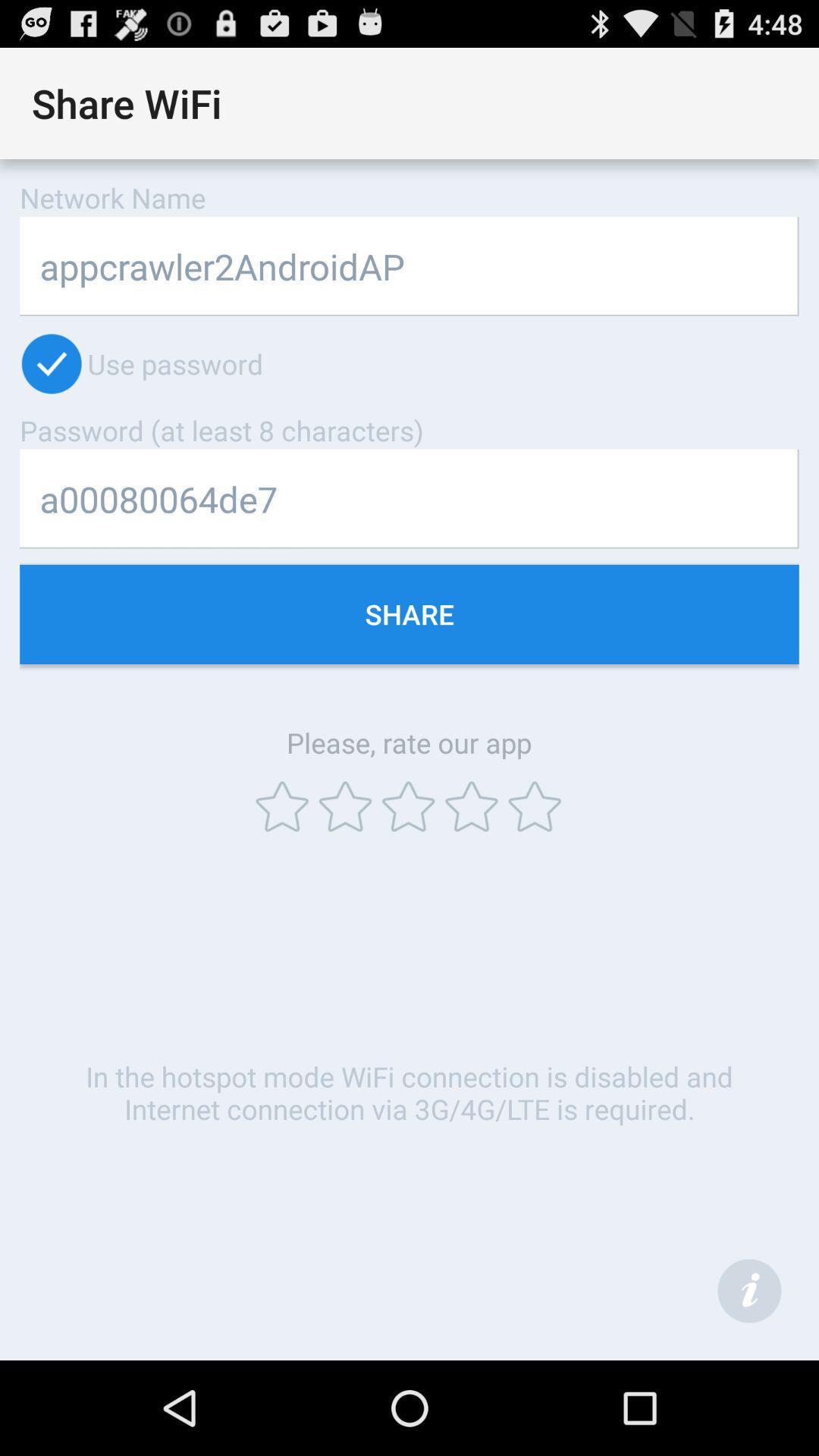 This screenshot has height=1456, width=819. What do you see at coordinates (409, 266) in the screenshot?
I see `the appcrawler2androidap item` at bounding box center [409, 266].